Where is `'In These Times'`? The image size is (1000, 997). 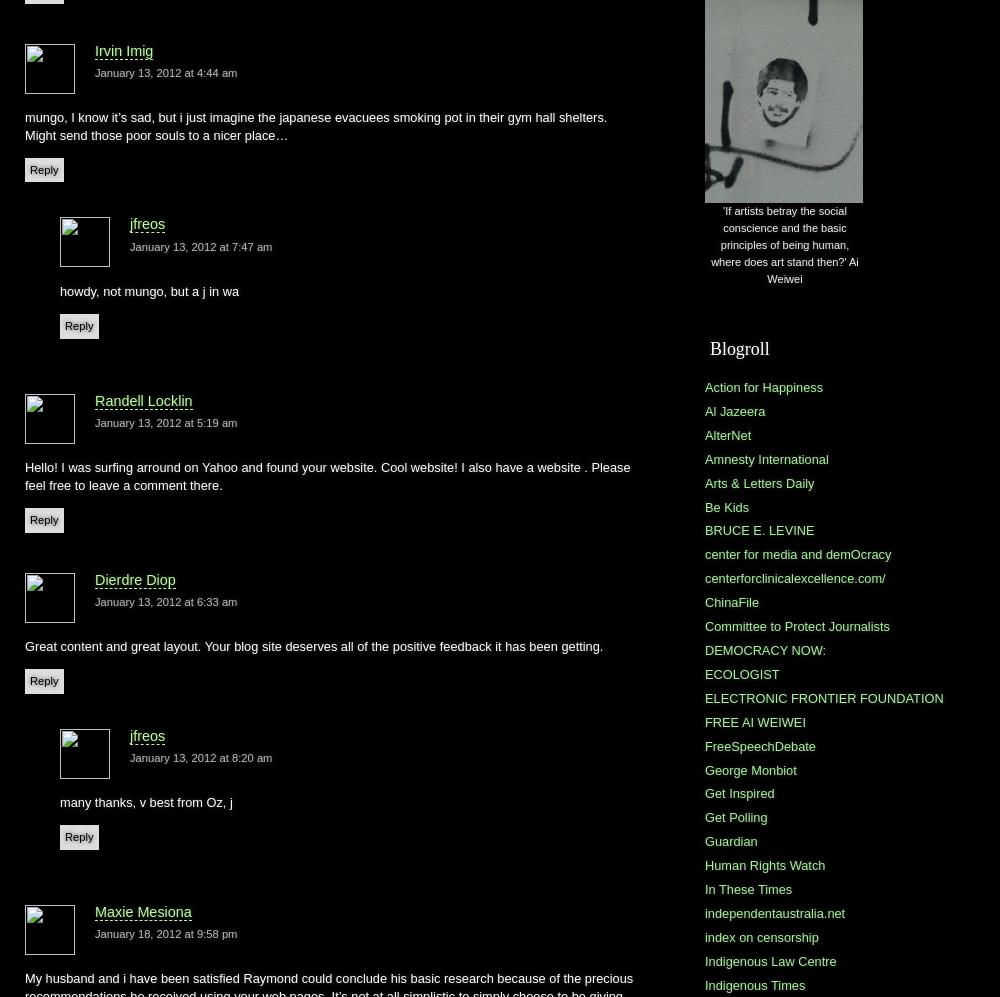 'In These Times' is located at coordinates (747, 888).